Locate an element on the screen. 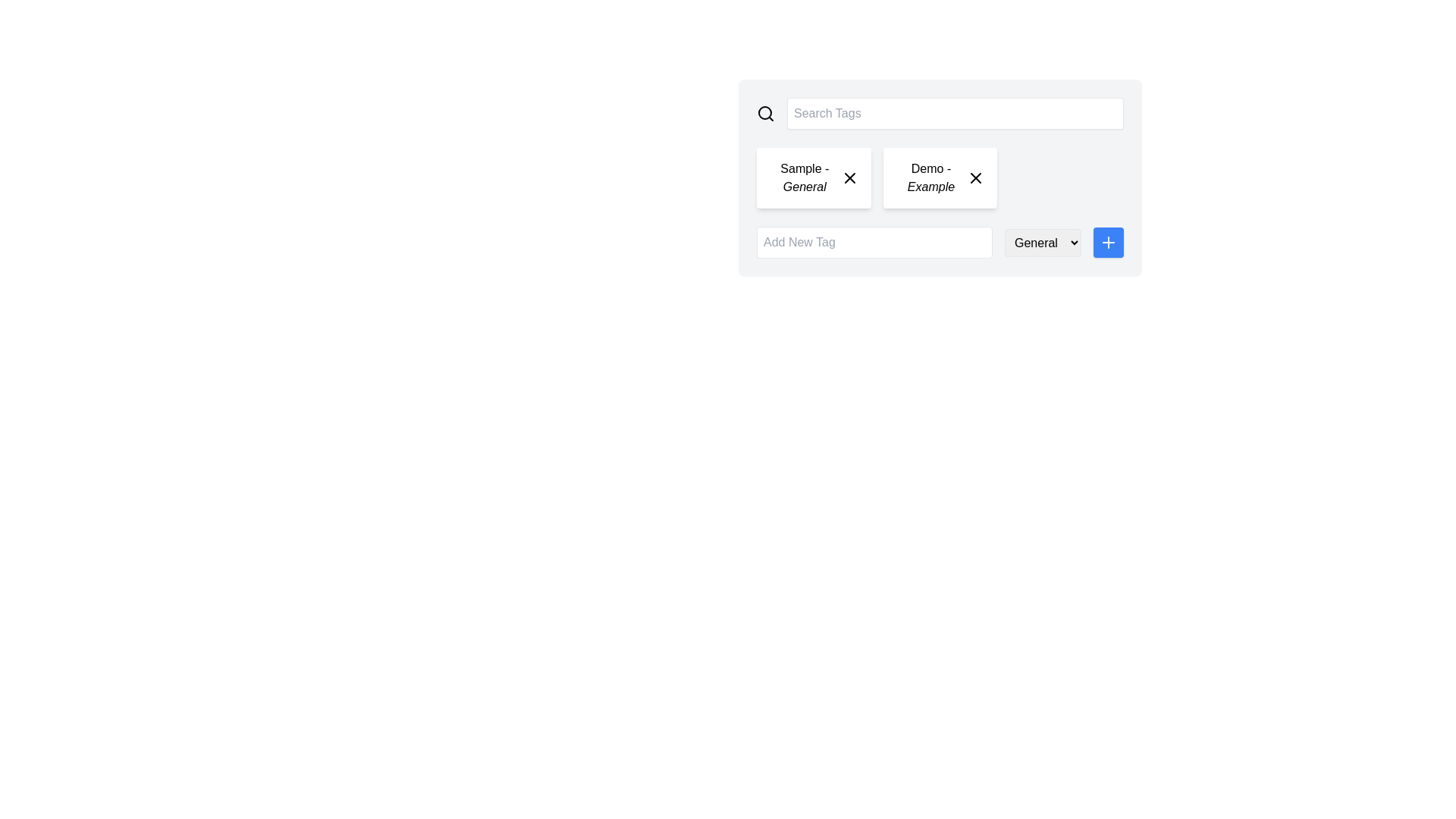  the search icon located on the leftmost side of the UI group to initiate a search is located at coordinates (765, 113).